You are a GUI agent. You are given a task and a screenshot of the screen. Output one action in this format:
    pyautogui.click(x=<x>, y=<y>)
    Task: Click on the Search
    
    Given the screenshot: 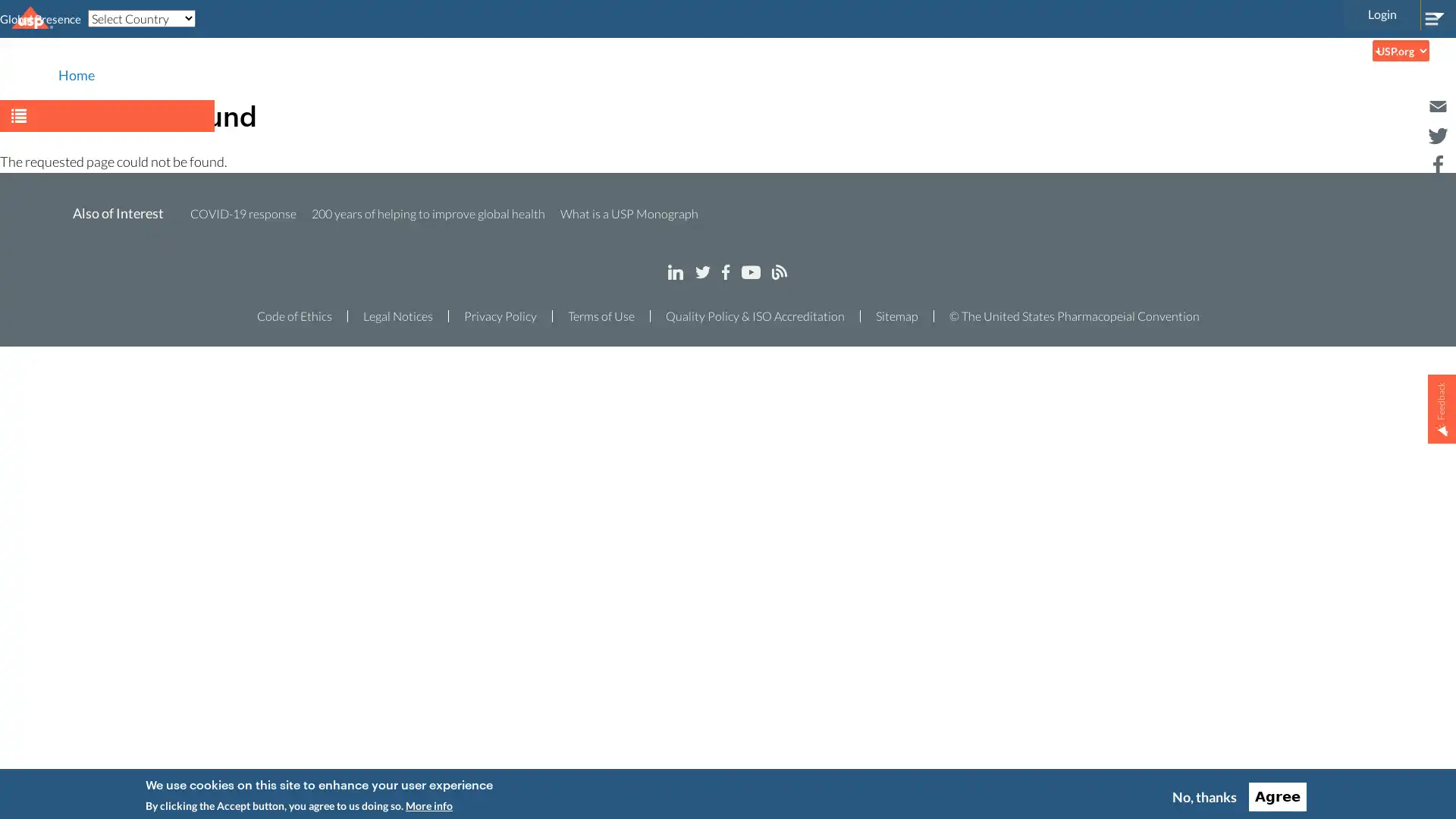 What is the action you would take?
    pyautogui.click(x=1351, y=73)
    